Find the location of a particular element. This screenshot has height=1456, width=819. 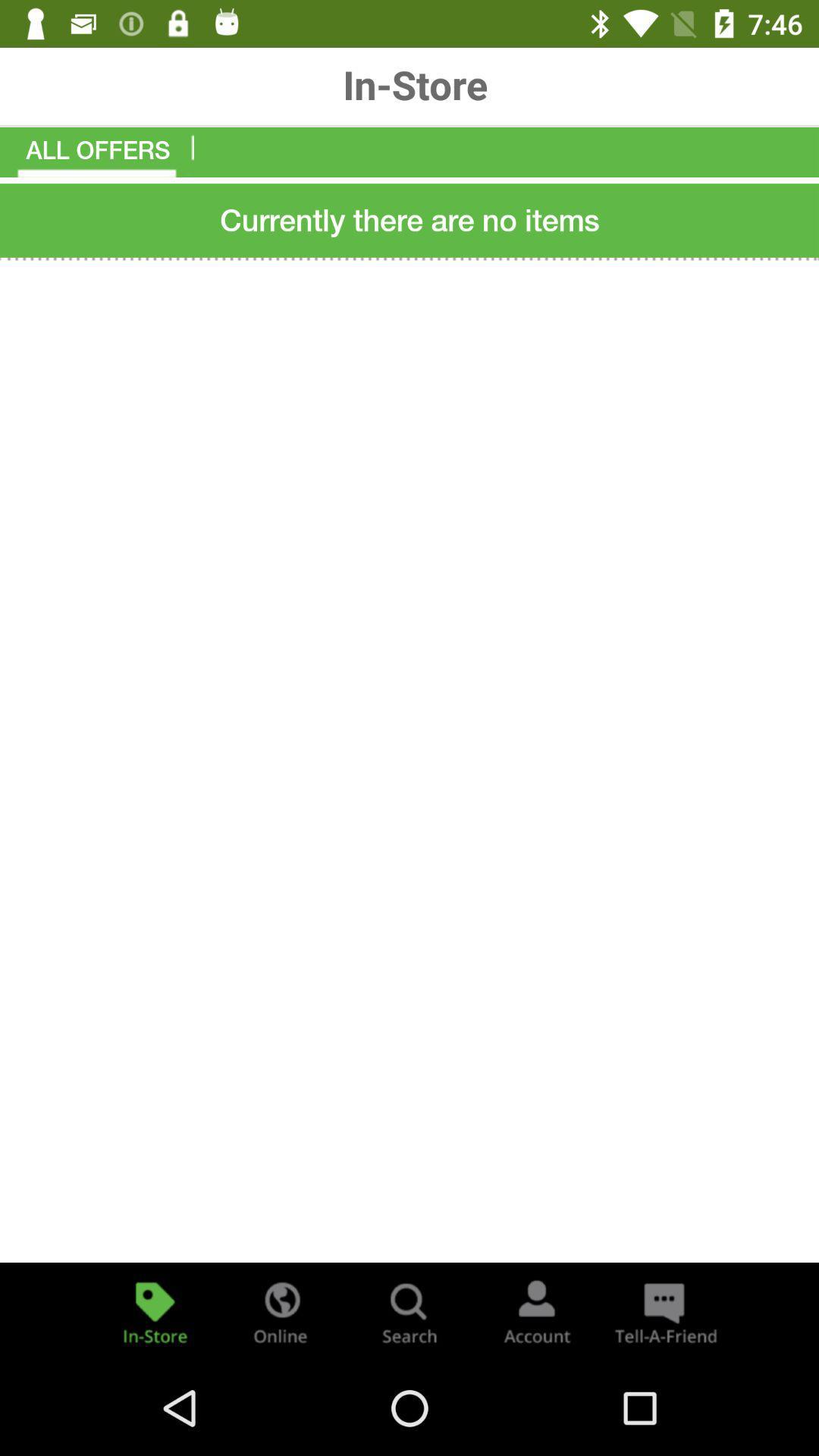

text a friend is located at coordinates (663, 1310).